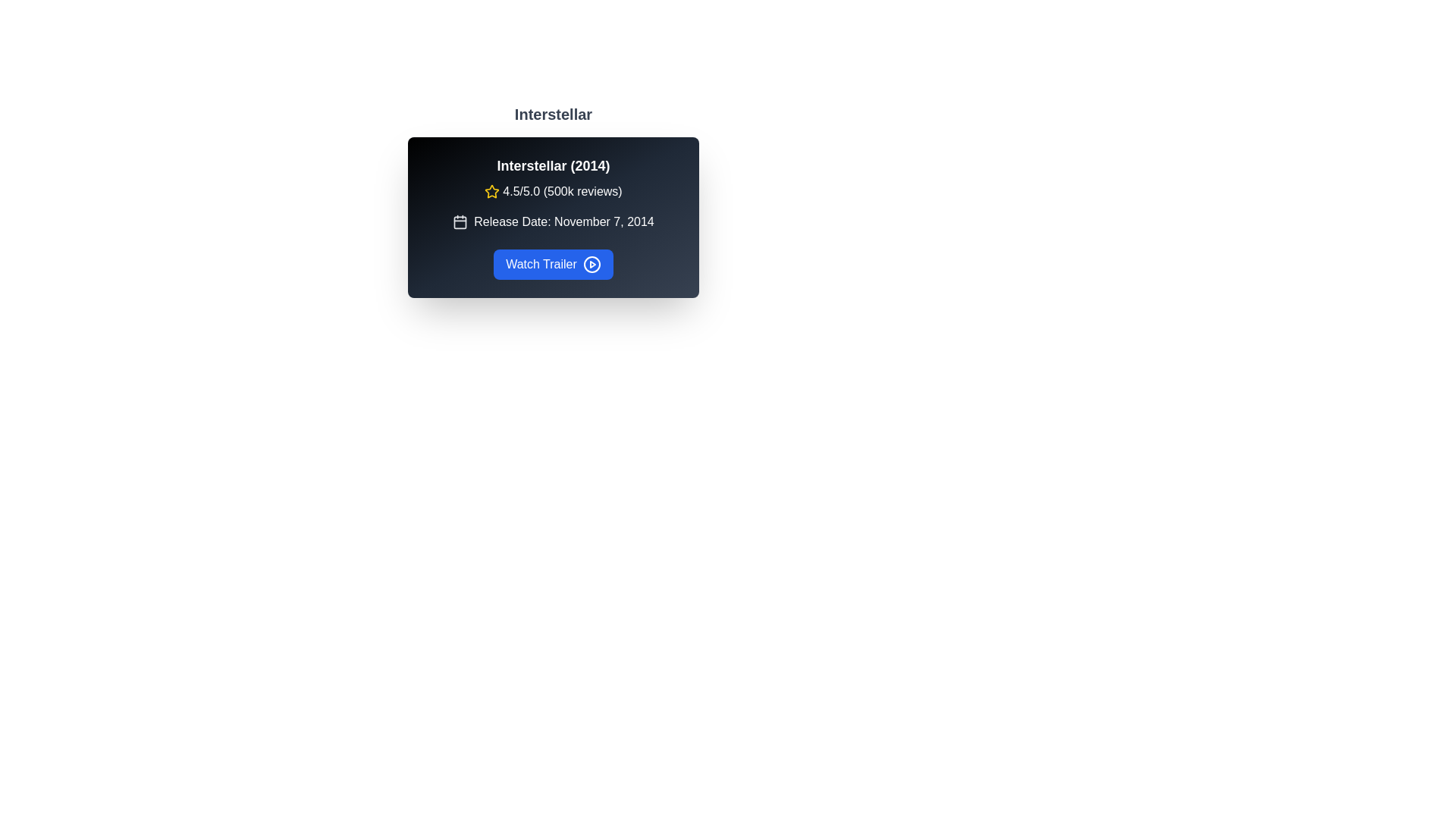 This screenshot has width=1456, height=819. Describe the element at coordinates (460, 222) in the screenshot. I see `the small minimalist outline calendar icon located to the left of the text 'Release Date: November 7, 2014'` at that location.